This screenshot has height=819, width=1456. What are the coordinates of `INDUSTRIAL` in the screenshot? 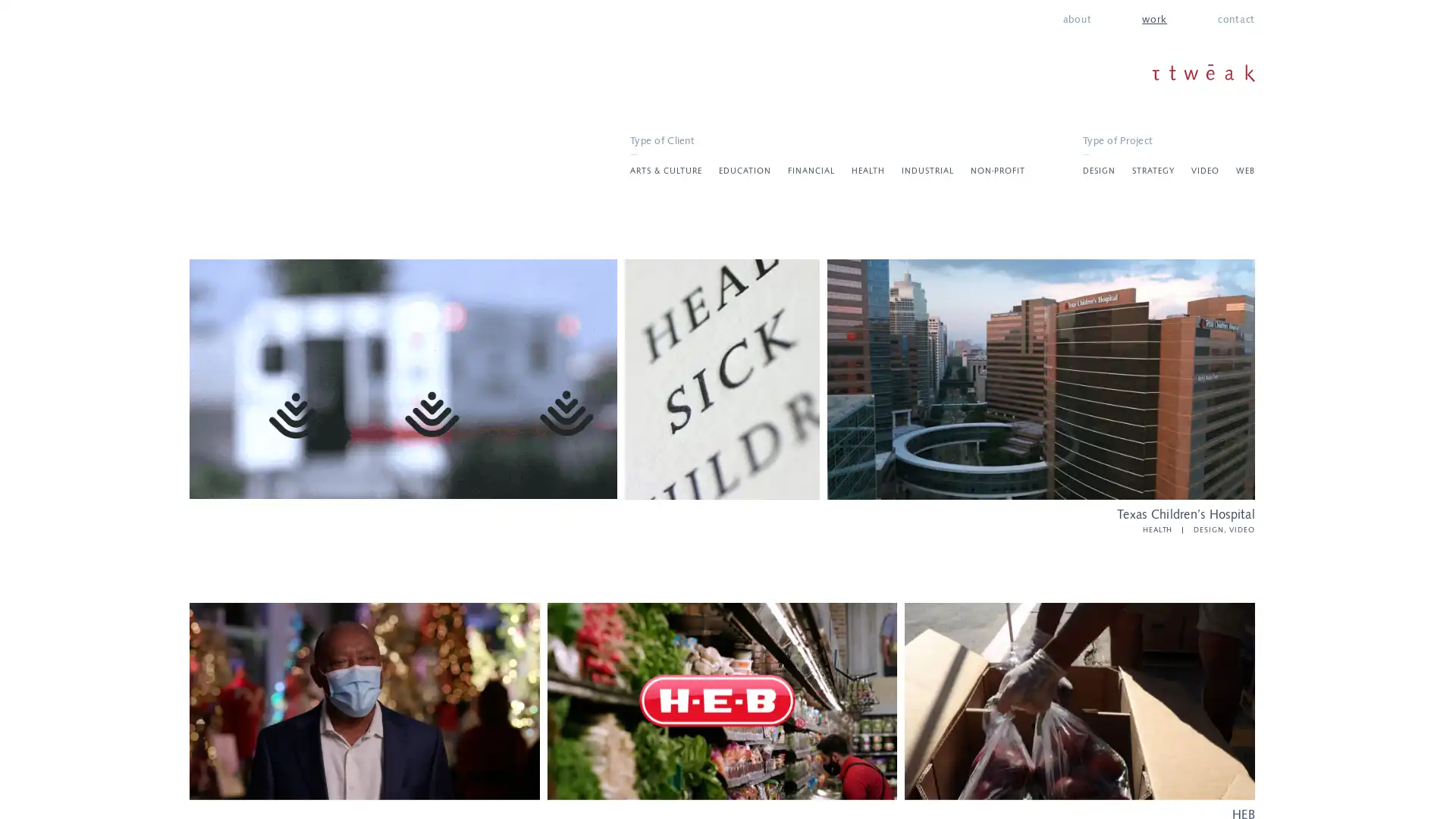 It's located at (927, 171).